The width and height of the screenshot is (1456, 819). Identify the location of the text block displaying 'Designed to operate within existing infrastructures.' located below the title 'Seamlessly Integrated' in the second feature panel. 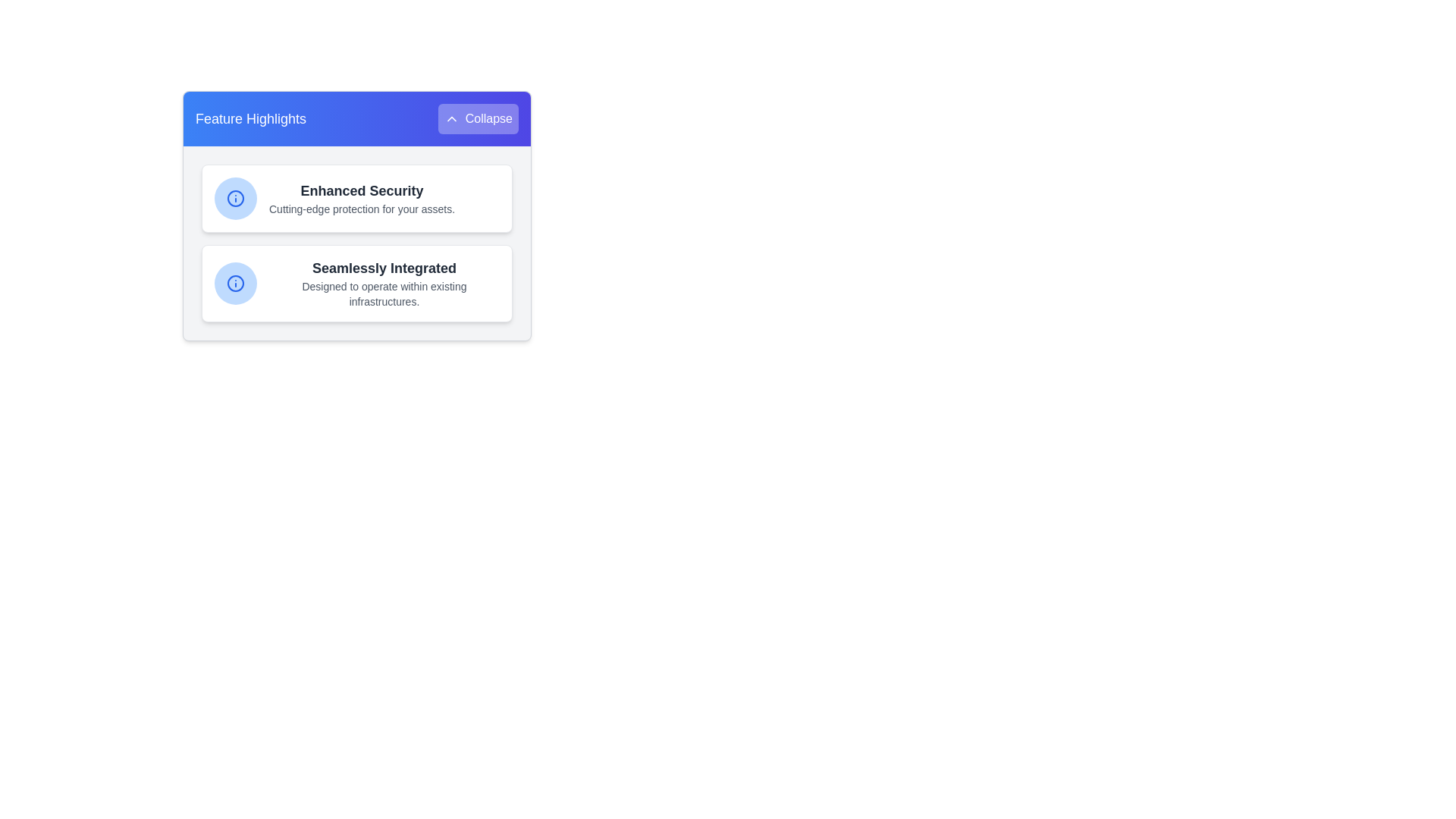
(384, 294).